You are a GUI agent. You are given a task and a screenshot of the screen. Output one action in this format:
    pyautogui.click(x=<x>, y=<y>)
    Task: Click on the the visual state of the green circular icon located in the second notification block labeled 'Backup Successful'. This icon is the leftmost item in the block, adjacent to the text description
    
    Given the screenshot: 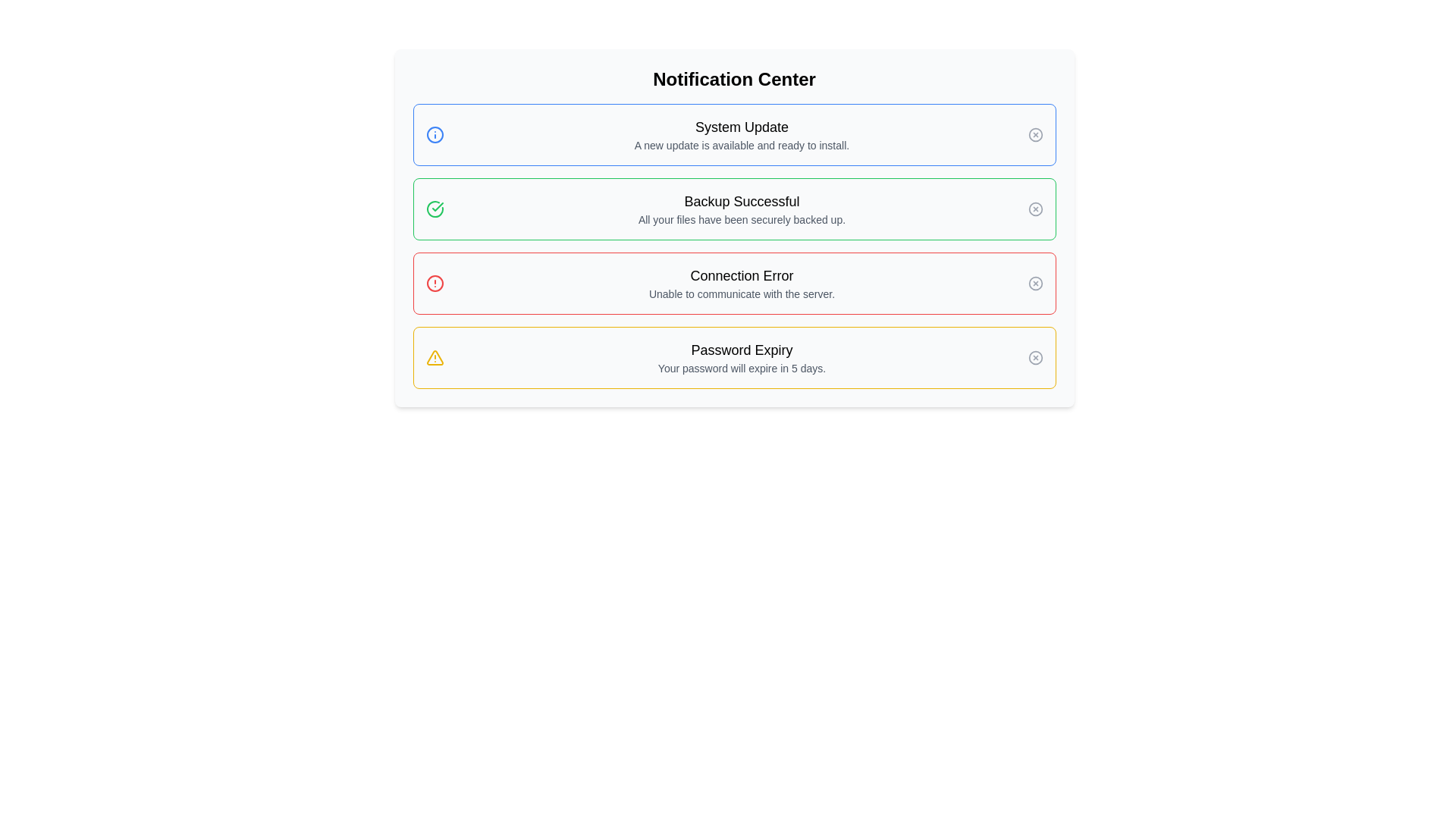 What is the action you would take?
    pyautogui.click(x=434, y=209)
    